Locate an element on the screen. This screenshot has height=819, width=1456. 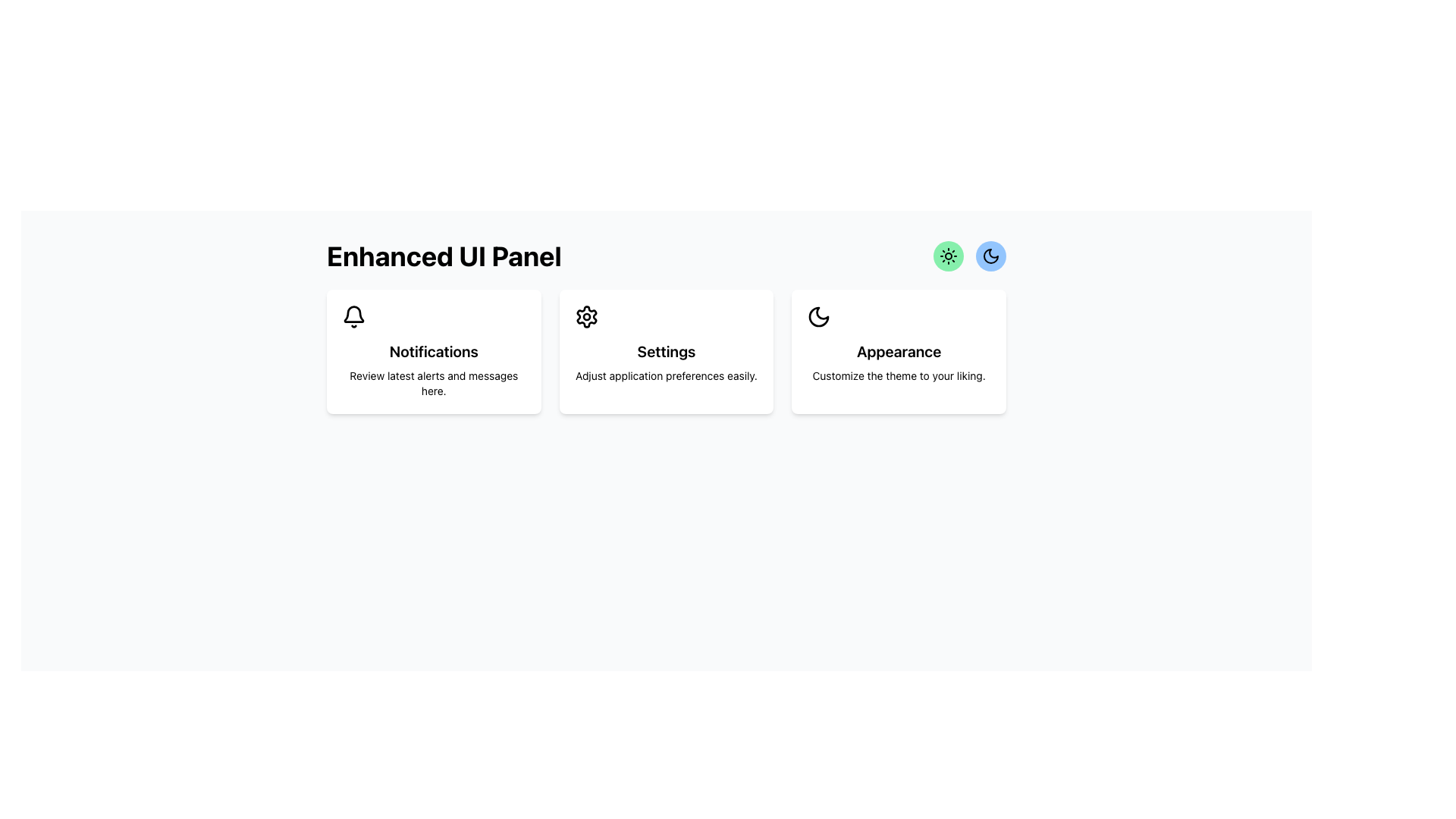
the Notifications card icon located at the top-left corner of the card to view notifications is located at coordinates (353, 315).